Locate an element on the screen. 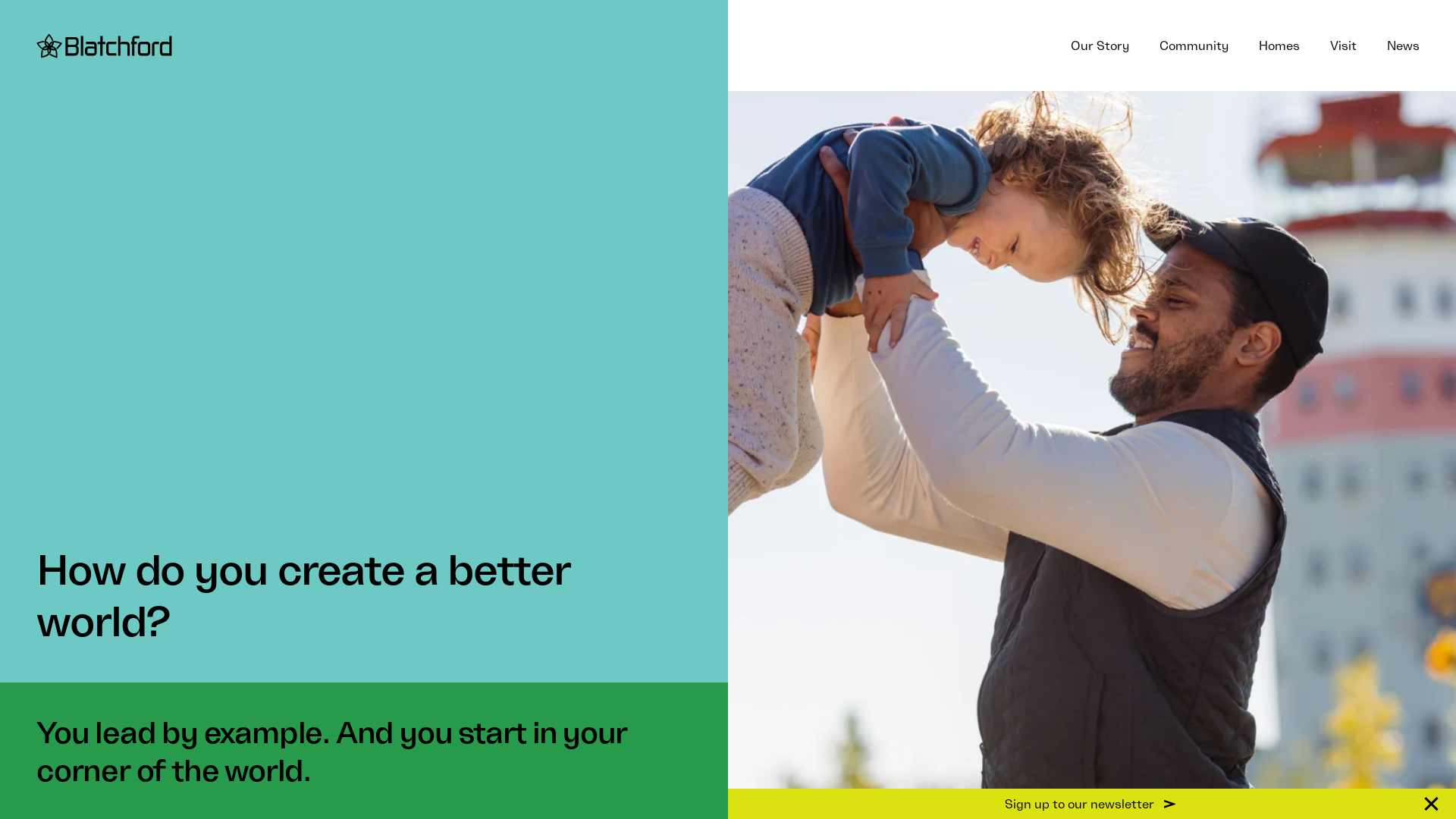 The image size is (1456, 819). 'Homes' is located at coordinates (1244, 45).